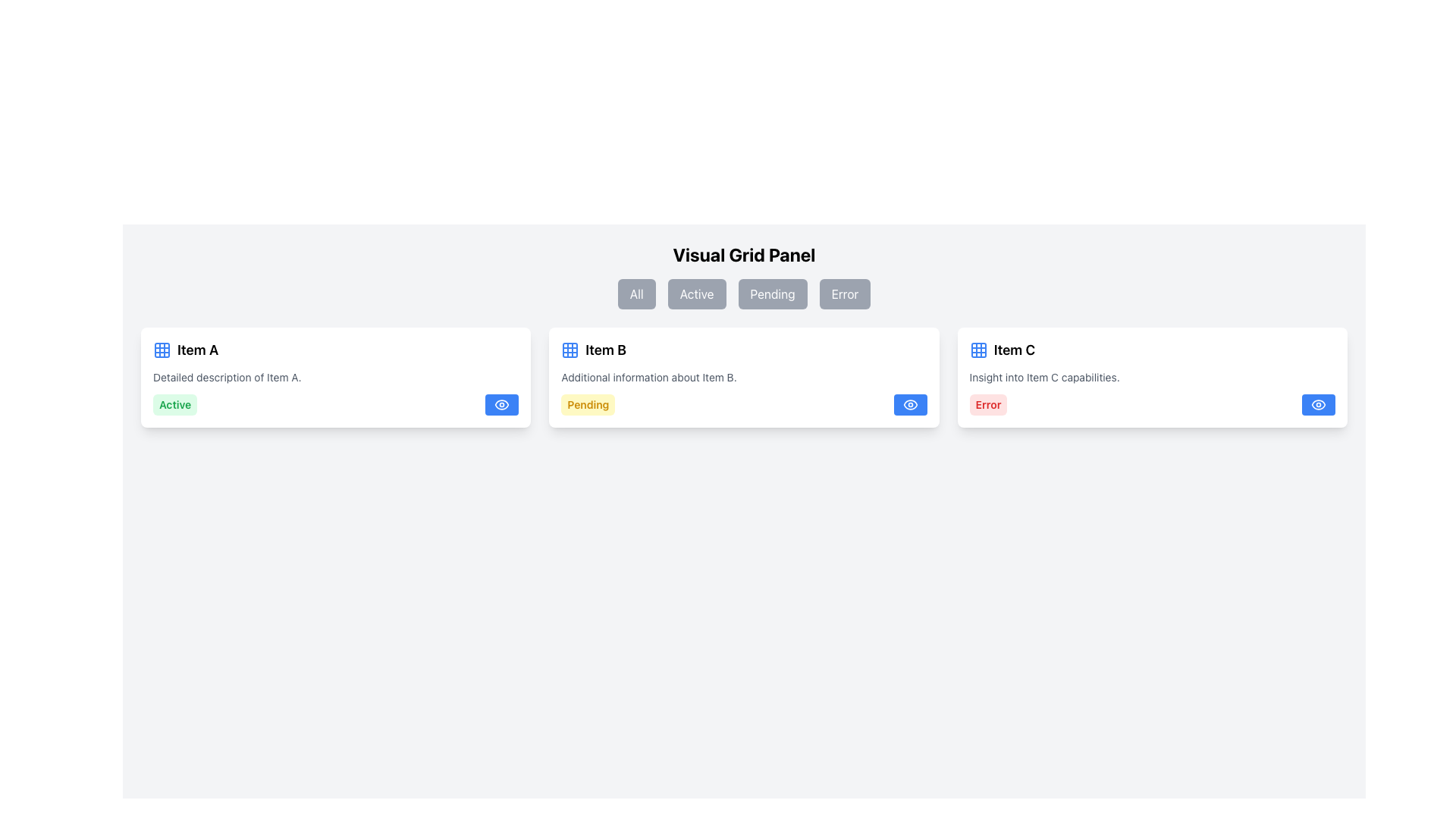 The height and width of the screenshot is (819, 1456). What do you see at coordinates (587, 403) in the screenshot?
I see `the 'Pending' status badge located at the bottom-left corner of the second card labeled 'Item B'` at bounding box center [587, 403].